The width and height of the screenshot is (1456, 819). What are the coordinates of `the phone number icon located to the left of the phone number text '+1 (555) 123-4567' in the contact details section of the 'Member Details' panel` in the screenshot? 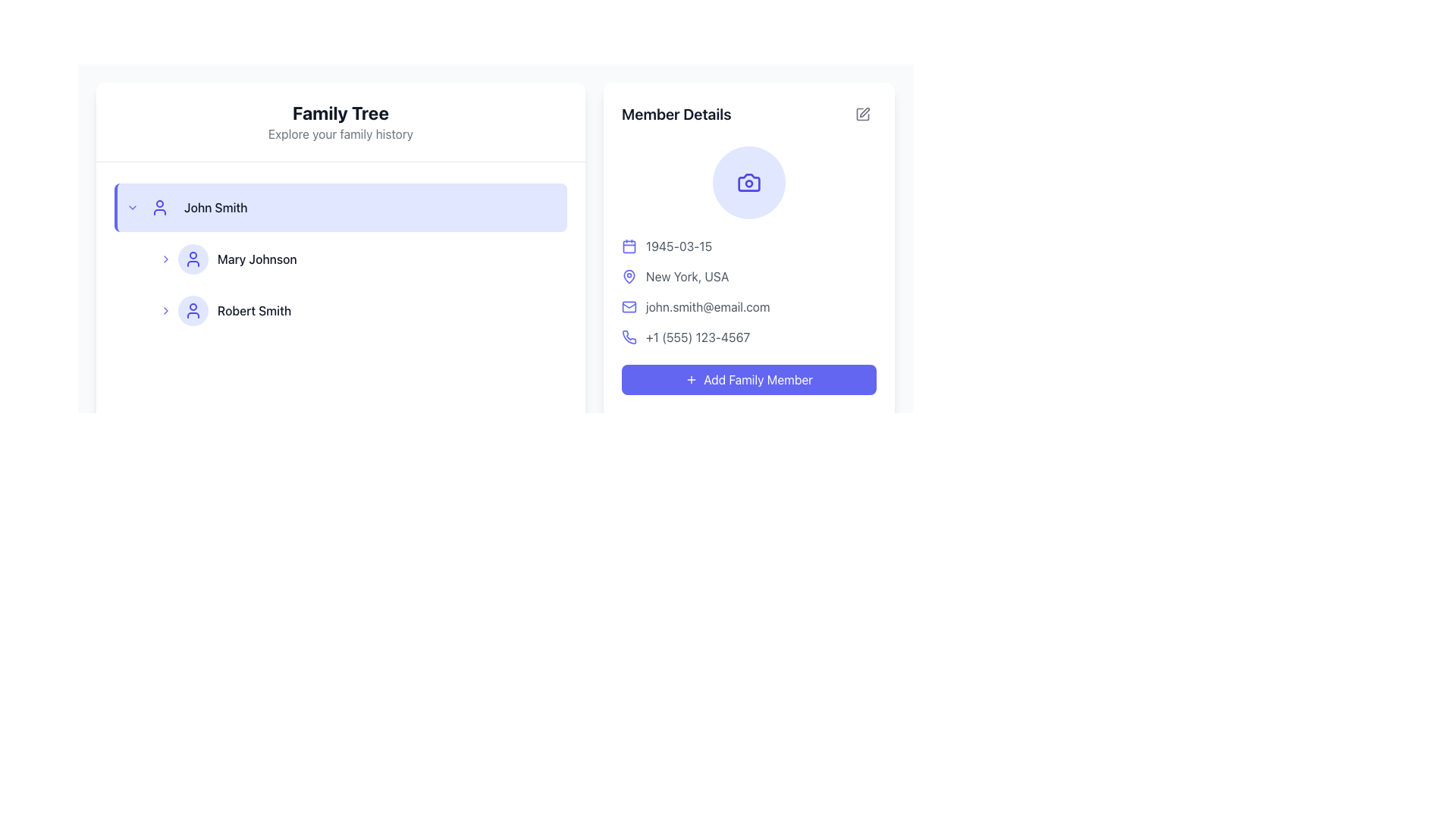 It's located at (629, 336).